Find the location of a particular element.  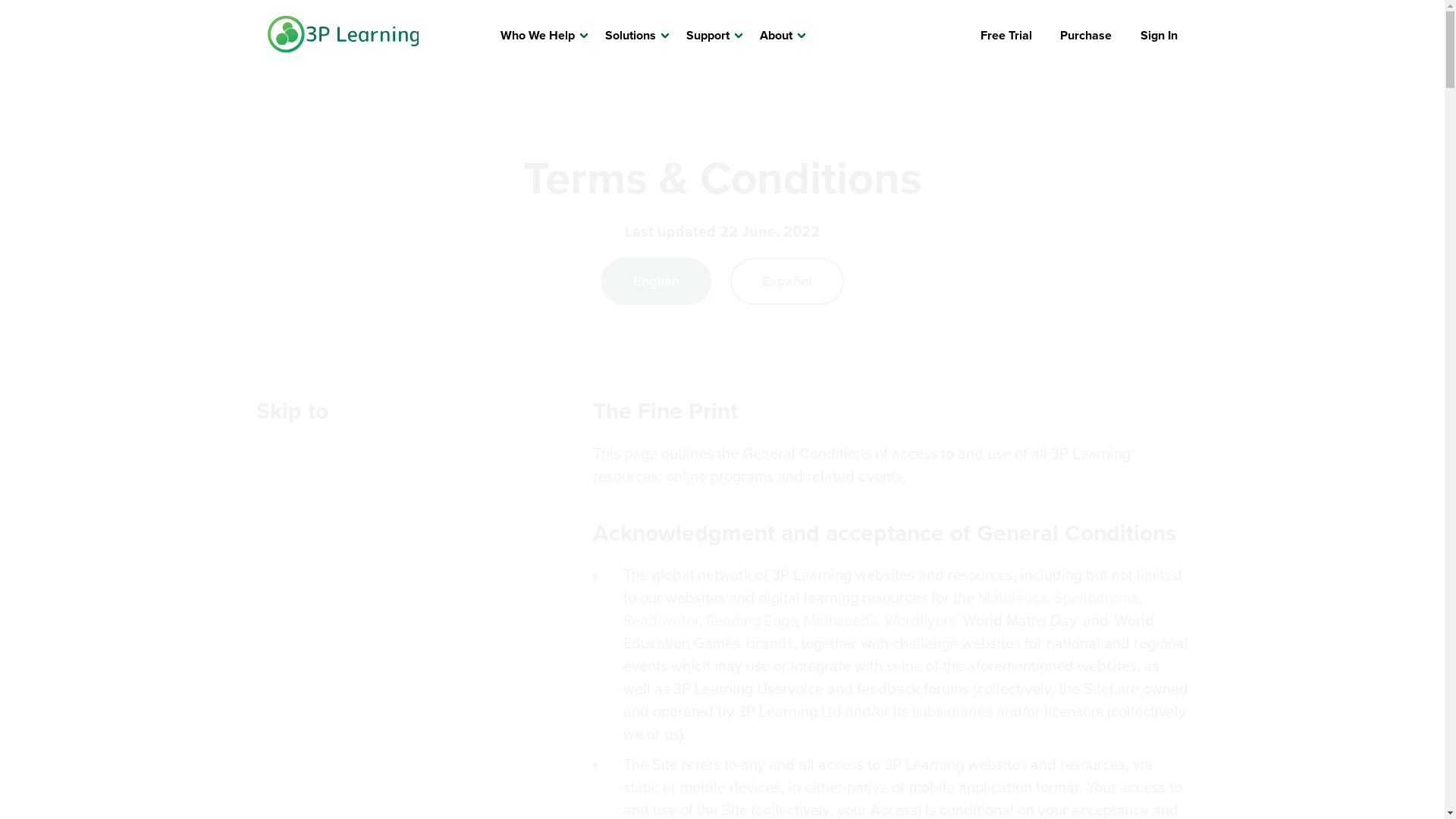

'Solutions' is located at coordinates (630, 34).